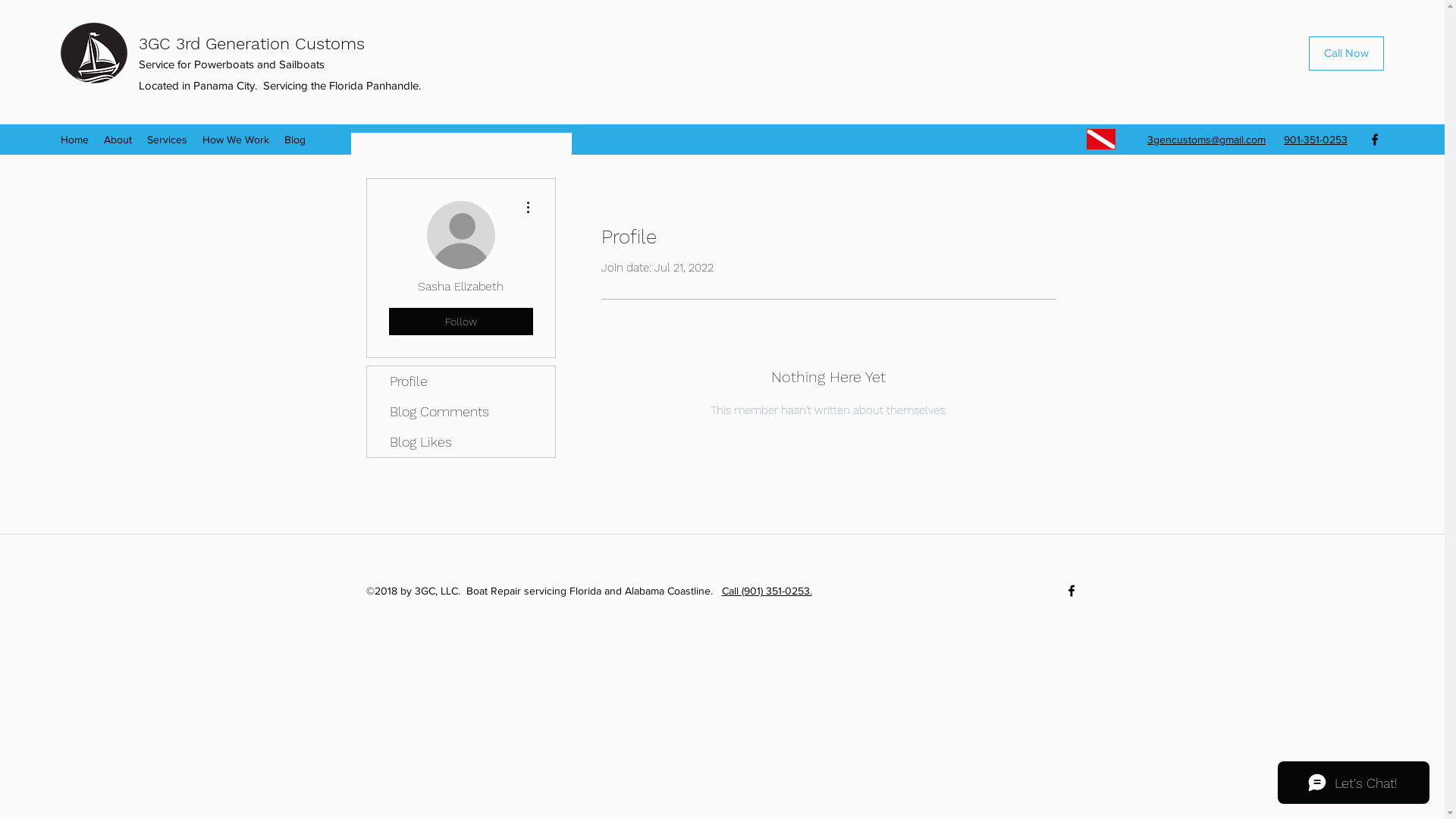  Describe the element at coordinates (1346, 52) in the screenshot. I see `'Call Now'` at that location.